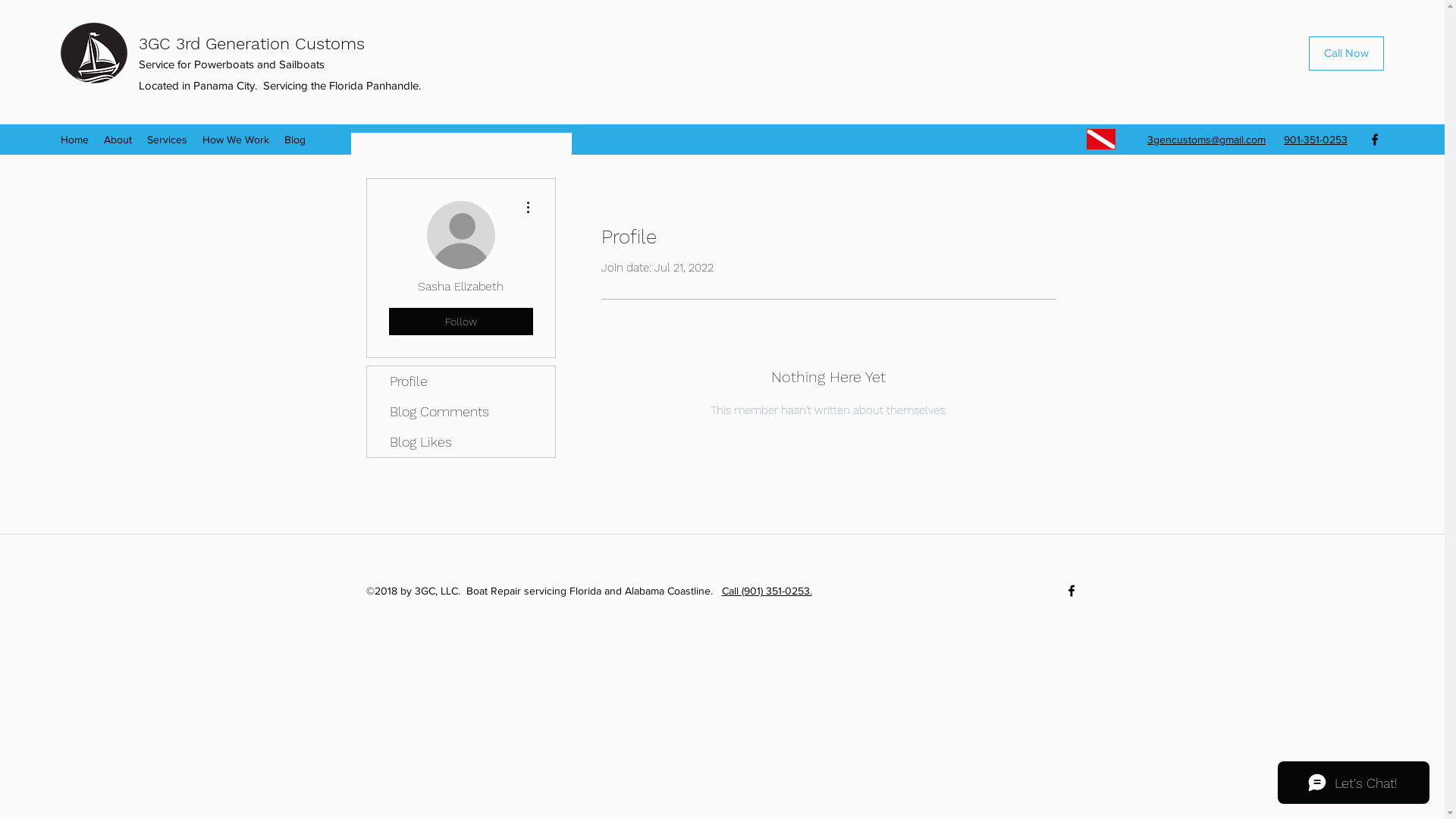  Describe the element at coordinates (1346, 52) in the screenshot. I see `'Call Now'` at that location.